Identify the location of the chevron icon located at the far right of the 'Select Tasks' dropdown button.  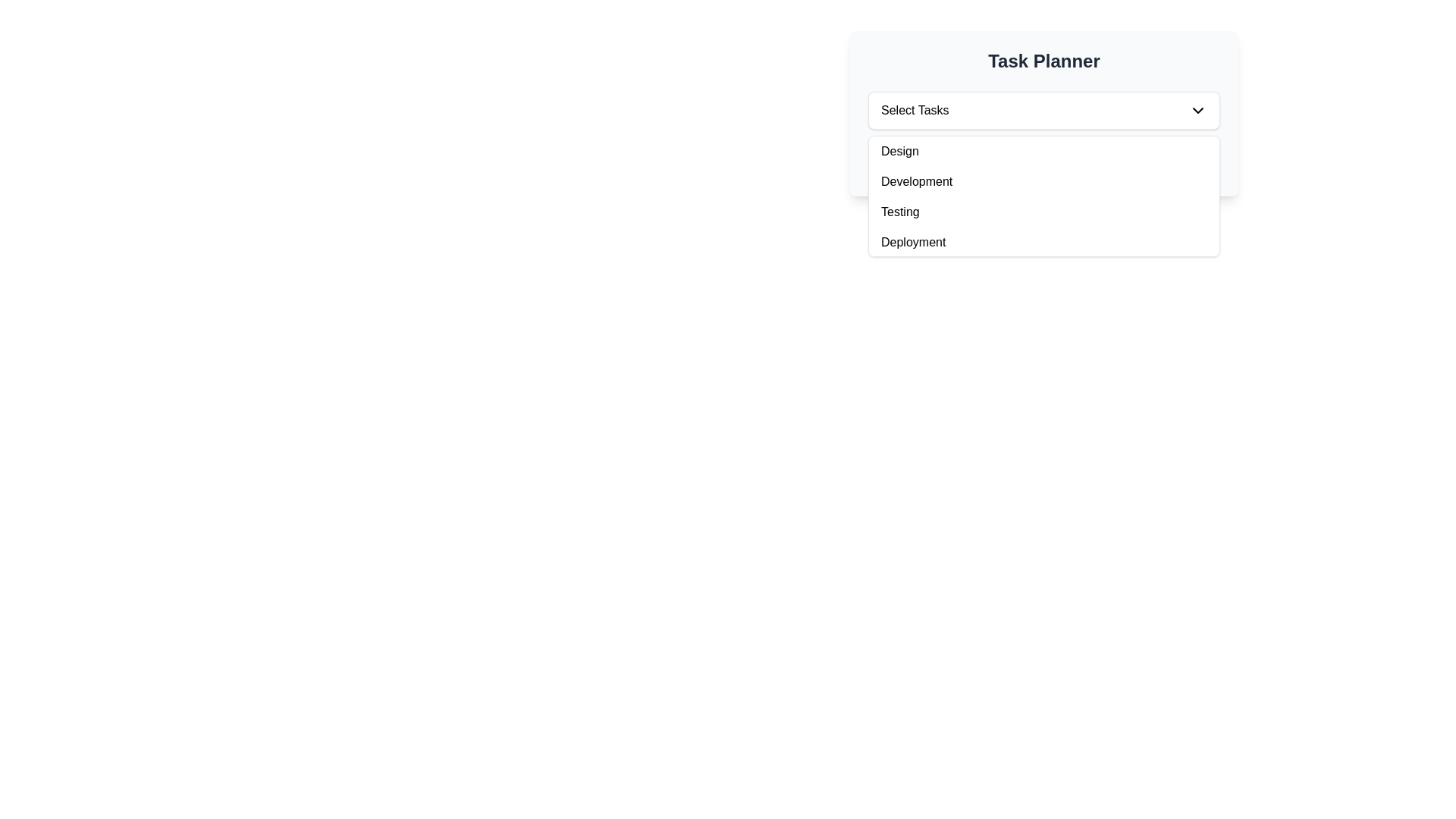
(1197, 110).